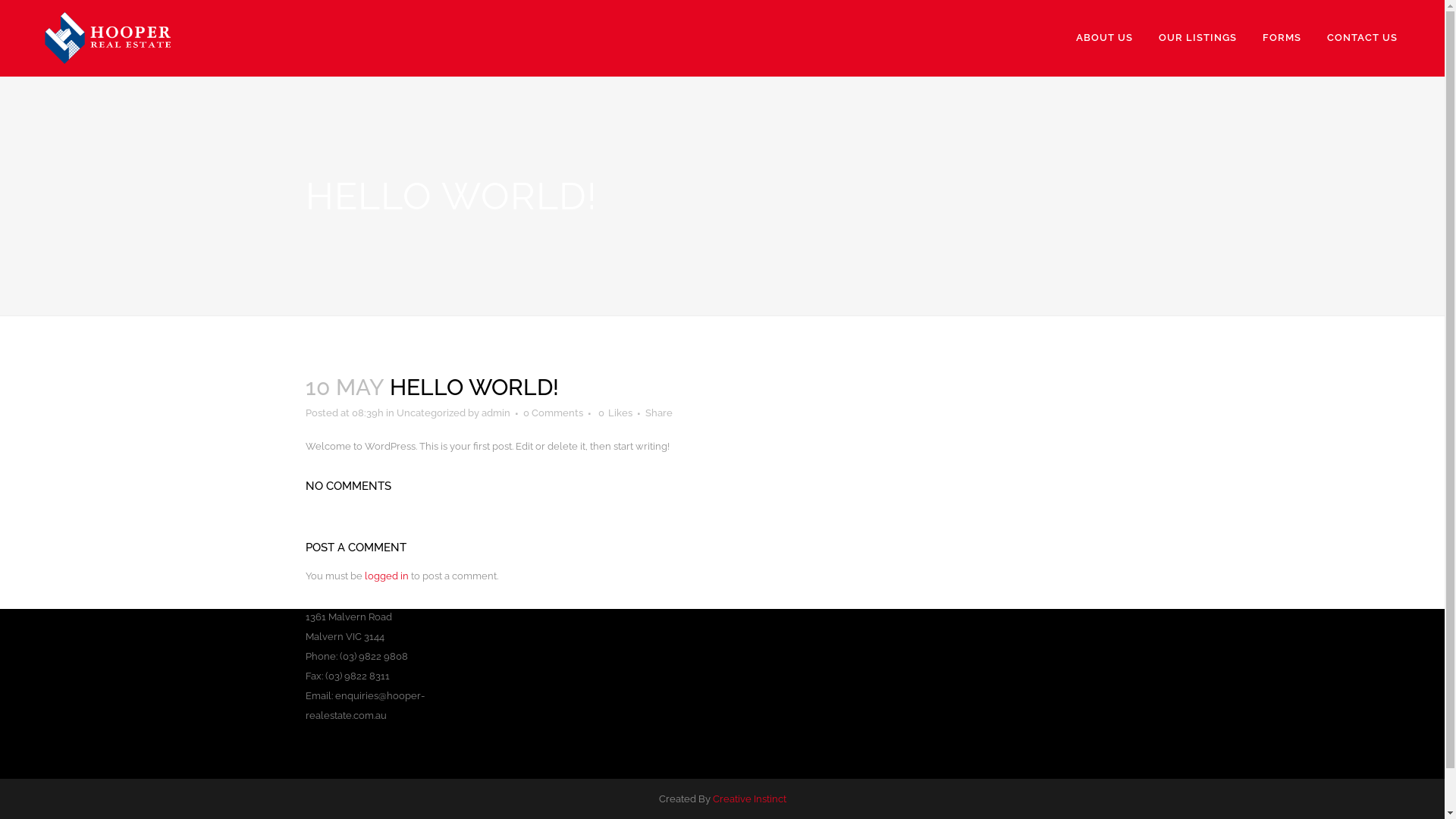 The image size is (1456, 819). Describe the element at coordinates (429, 413) in the screenshot. I see `'Uncategorized'` at that location.